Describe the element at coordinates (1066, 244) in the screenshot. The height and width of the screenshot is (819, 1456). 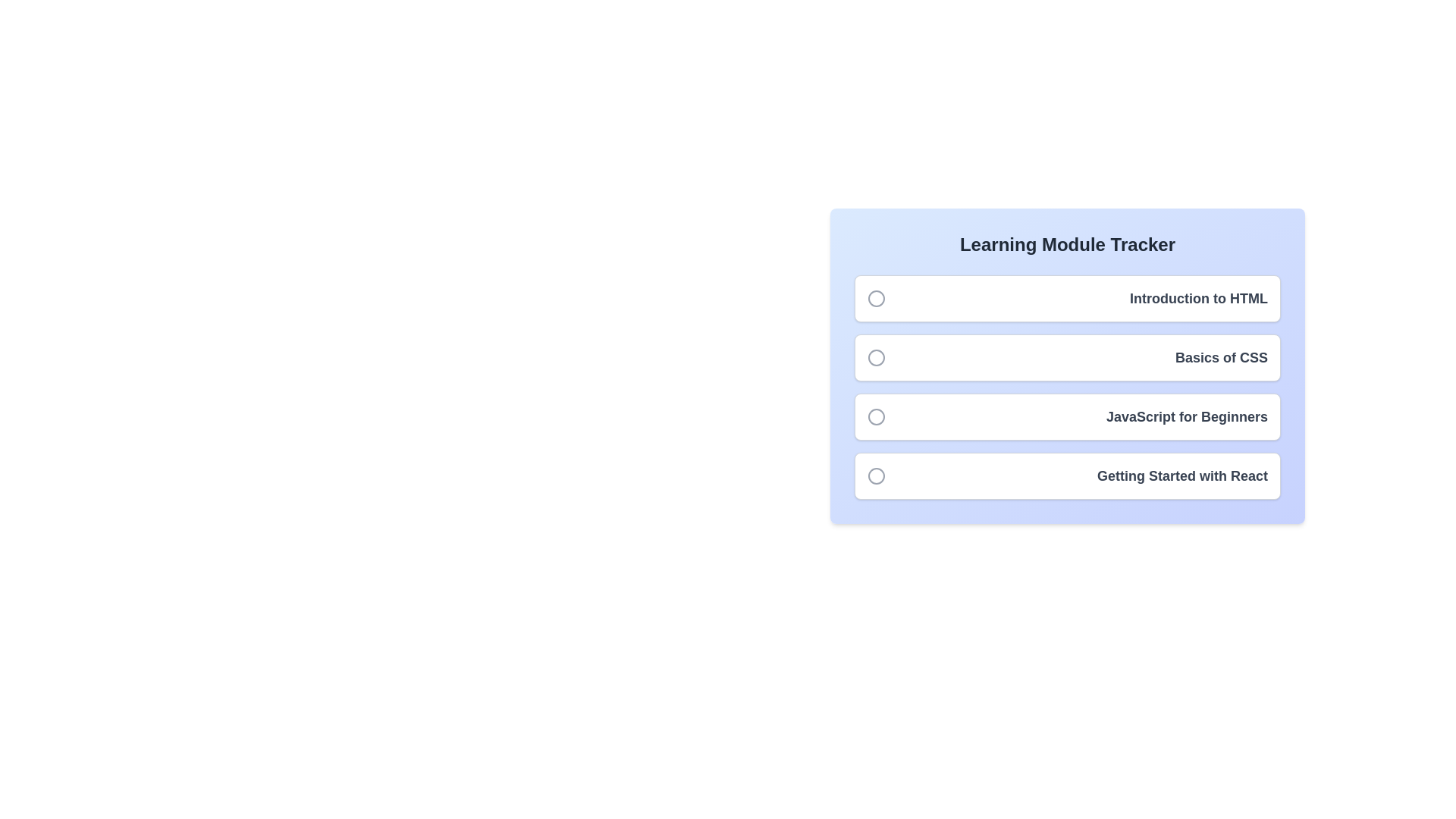
I see `the static text heading that serves as a title for the learning modules tracker, positioned at the top of the module list` at that location.